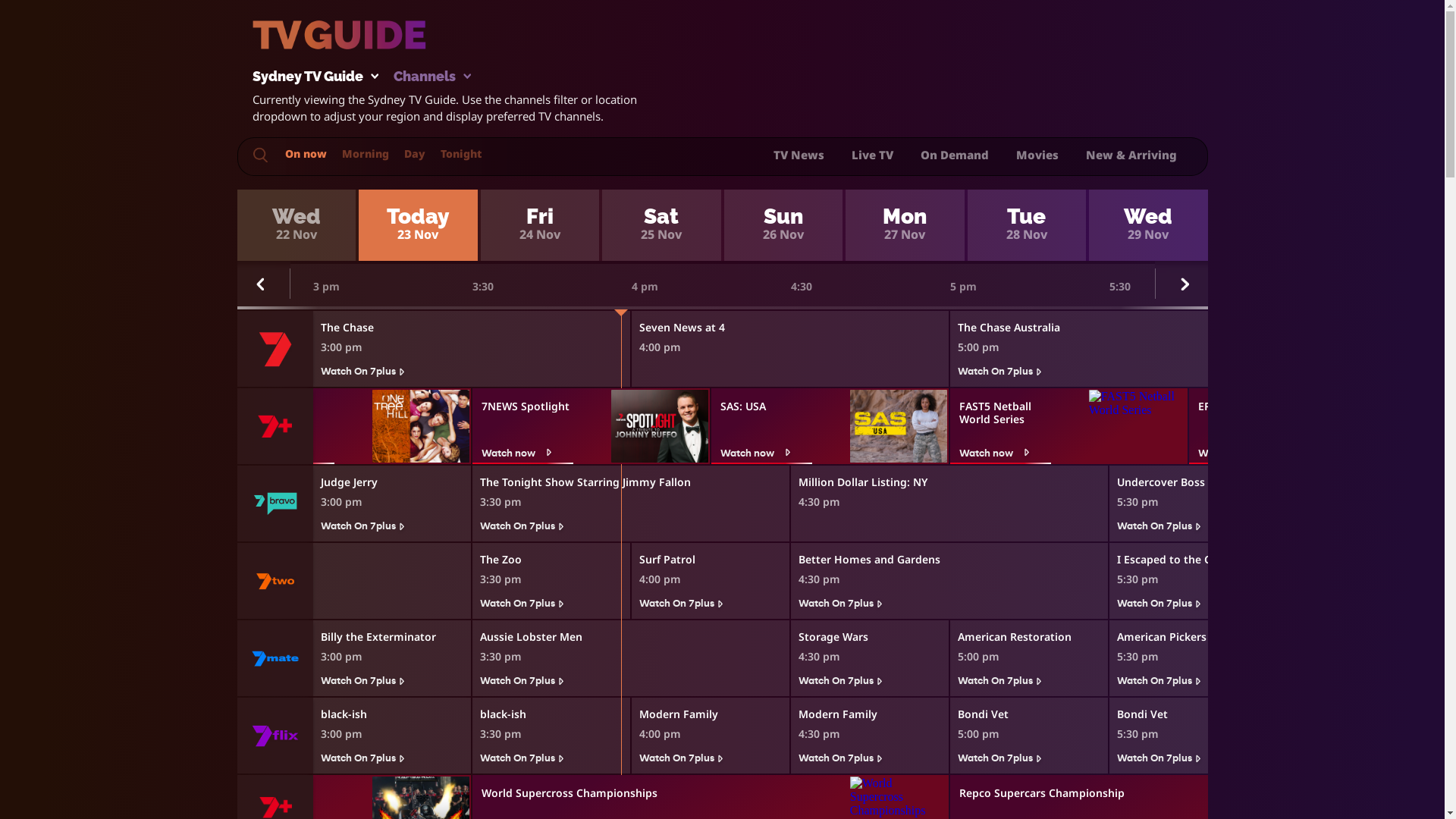  I want to click on 'Mon, so click(905, 225).